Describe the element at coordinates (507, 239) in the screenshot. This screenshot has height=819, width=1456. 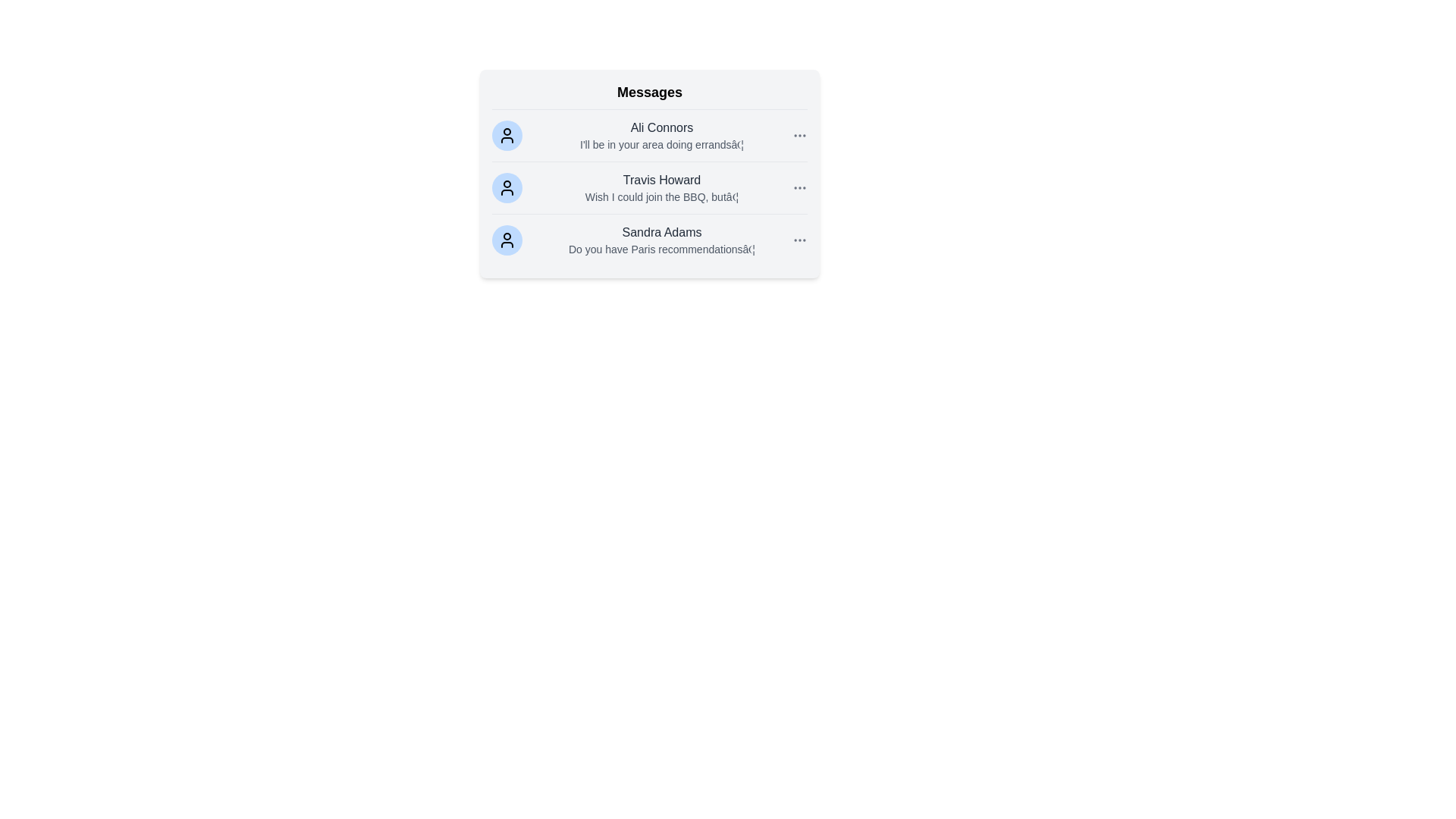
I see `the user icon representing Sandra Adams, which is located in the third row of a list within a card, on the left side next to her name and message details` at that location.